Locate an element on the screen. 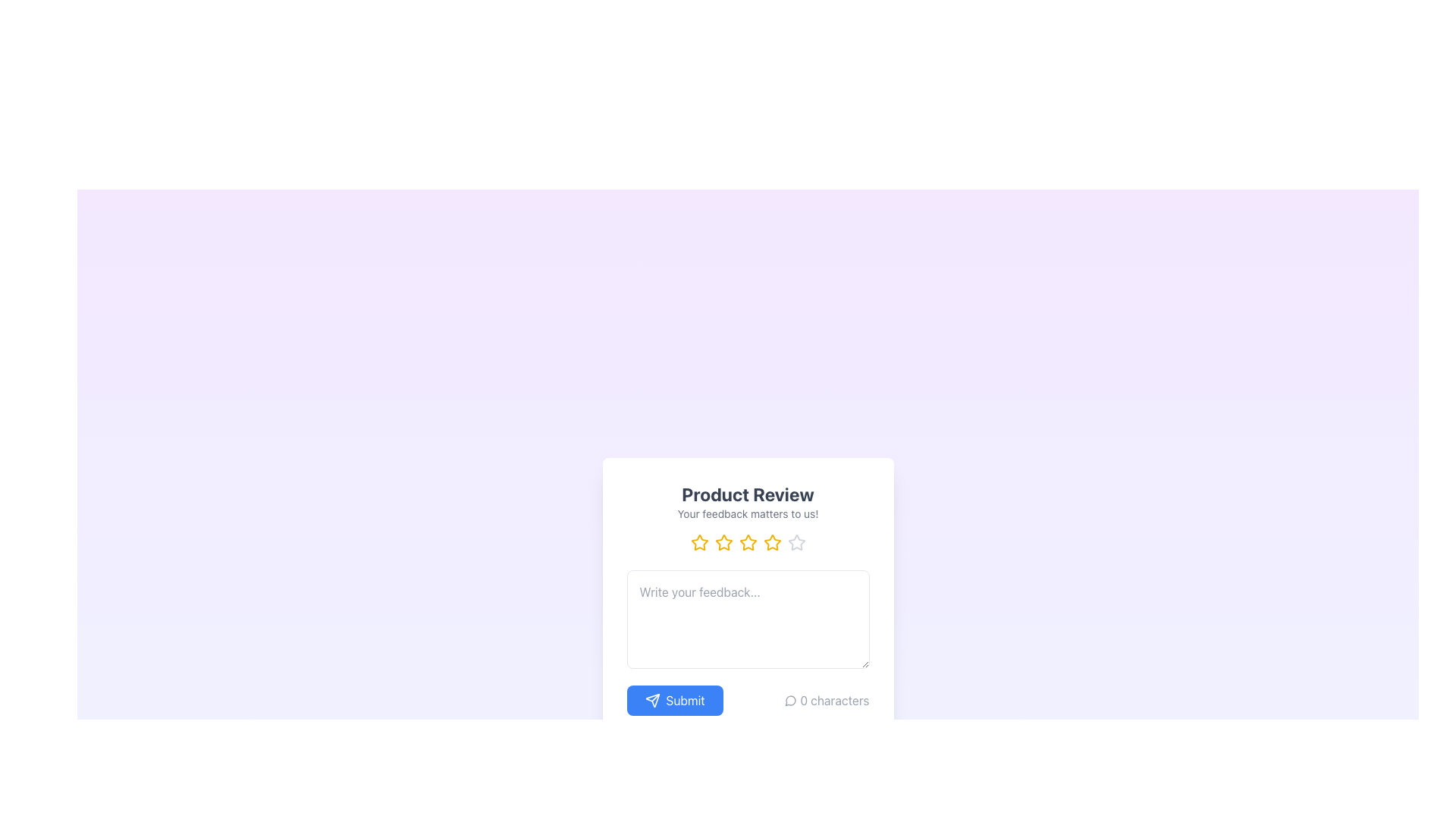  the second star in the star rating system is located at coordinates (698, 541).